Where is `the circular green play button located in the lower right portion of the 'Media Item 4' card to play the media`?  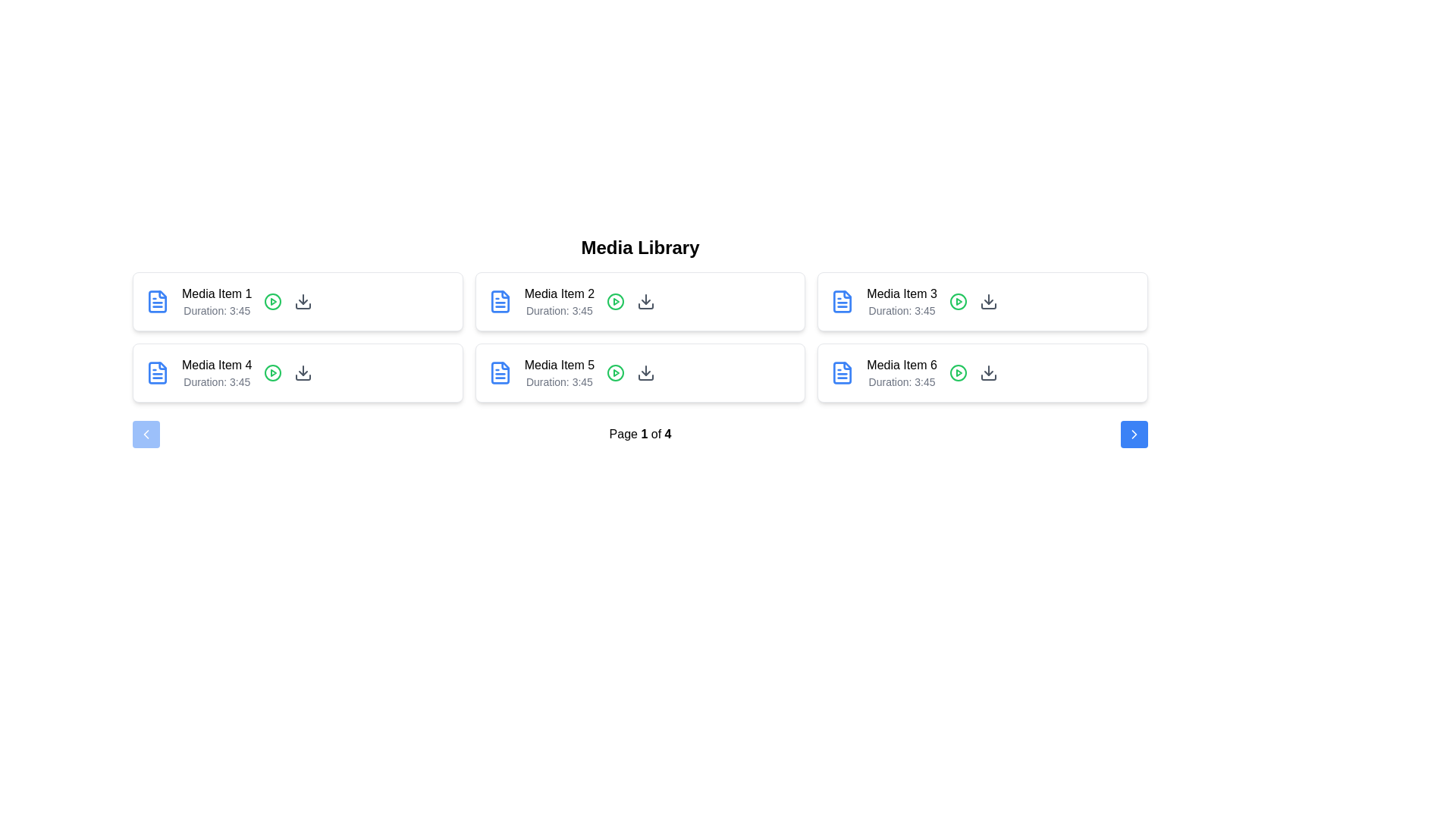
the circular green play button located in the lower right portion of the 'Media Item 4' card to play the media is located at coordinates (273, 373).